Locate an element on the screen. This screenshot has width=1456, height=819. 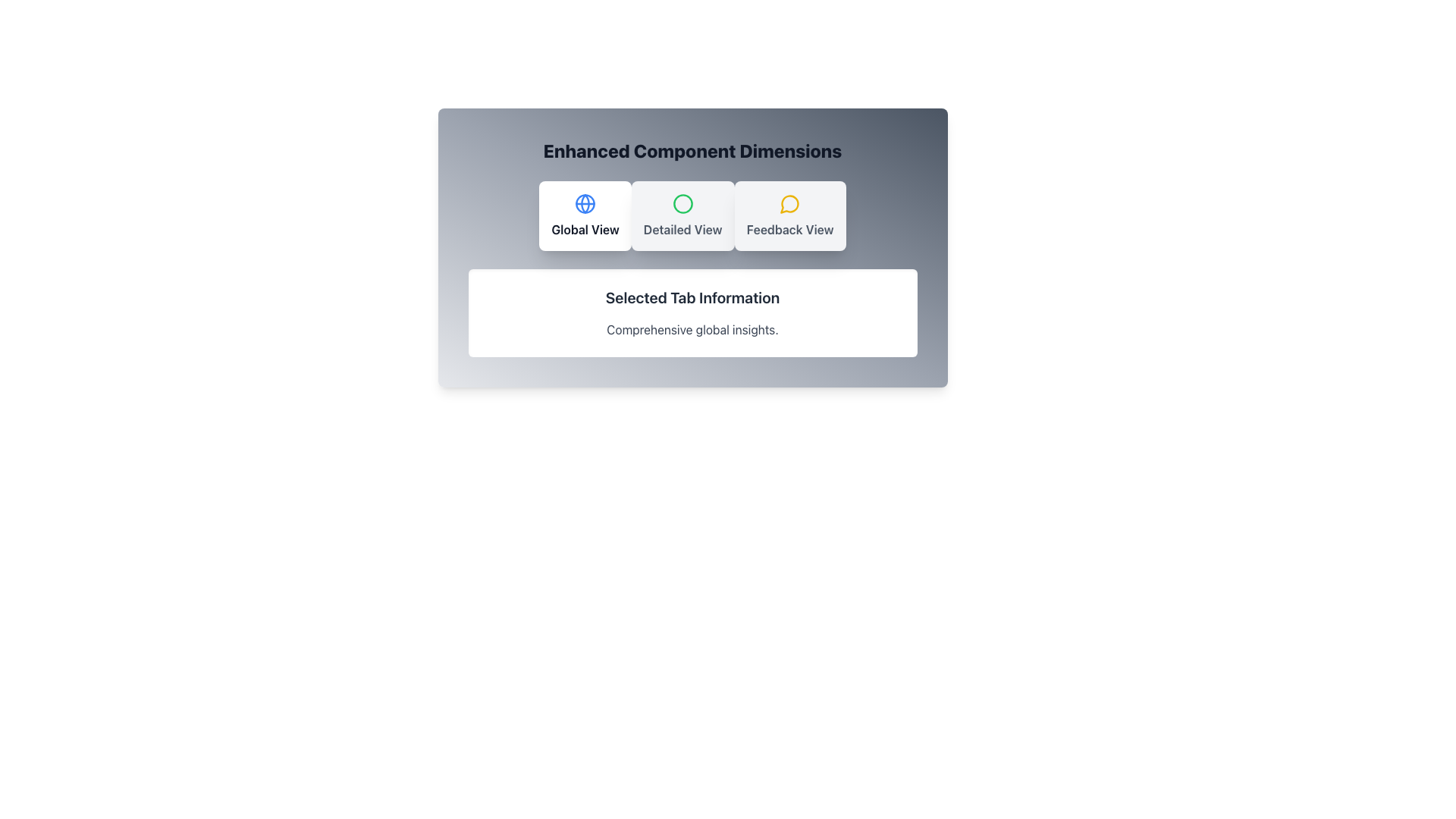
the SVG circle with a green stroke that is centrally located within the 'Detailed View' button, which is part of a horizontal array of buttons under the title 'Enhanced Component Dimensions' is located at coordinates (682, 203).